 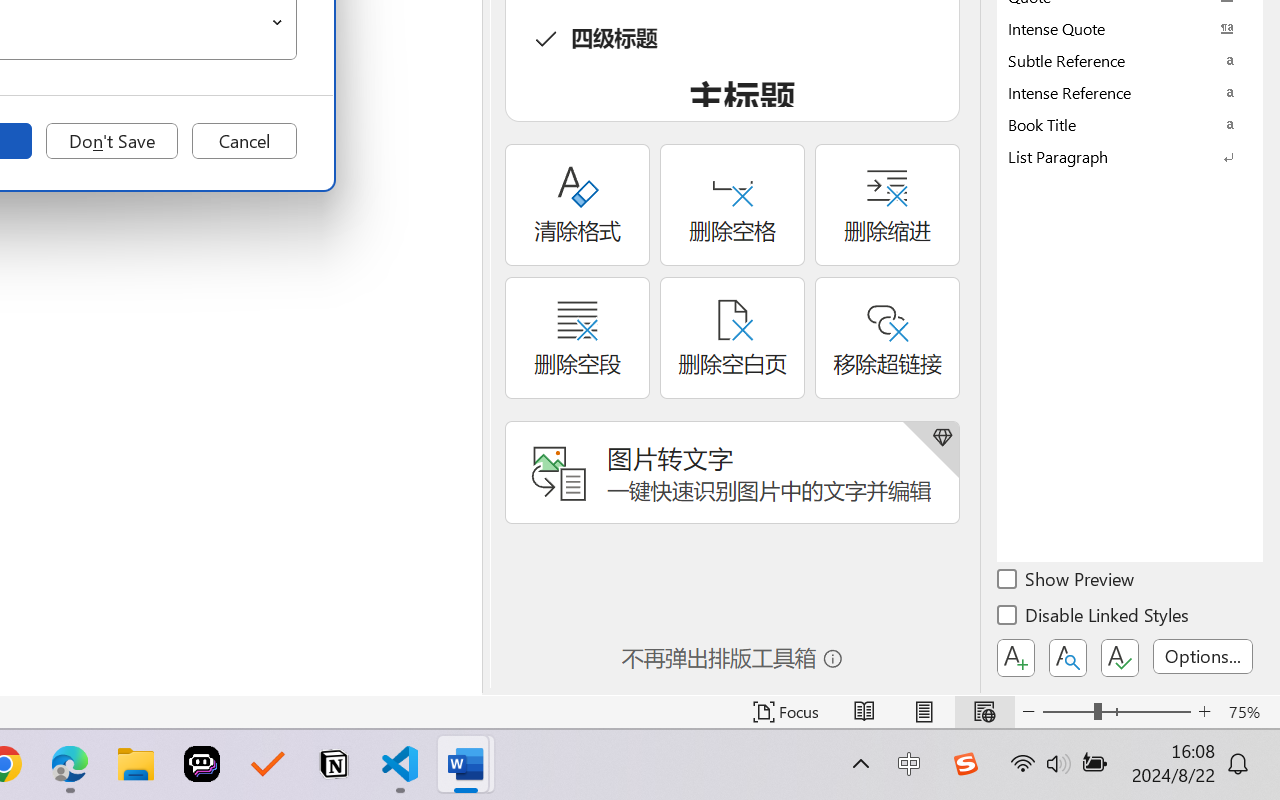 What do you see at coordinates (1130, 28) in the screenshot?
I see `'Intense Quote'` at bounding box center [1130, 28].